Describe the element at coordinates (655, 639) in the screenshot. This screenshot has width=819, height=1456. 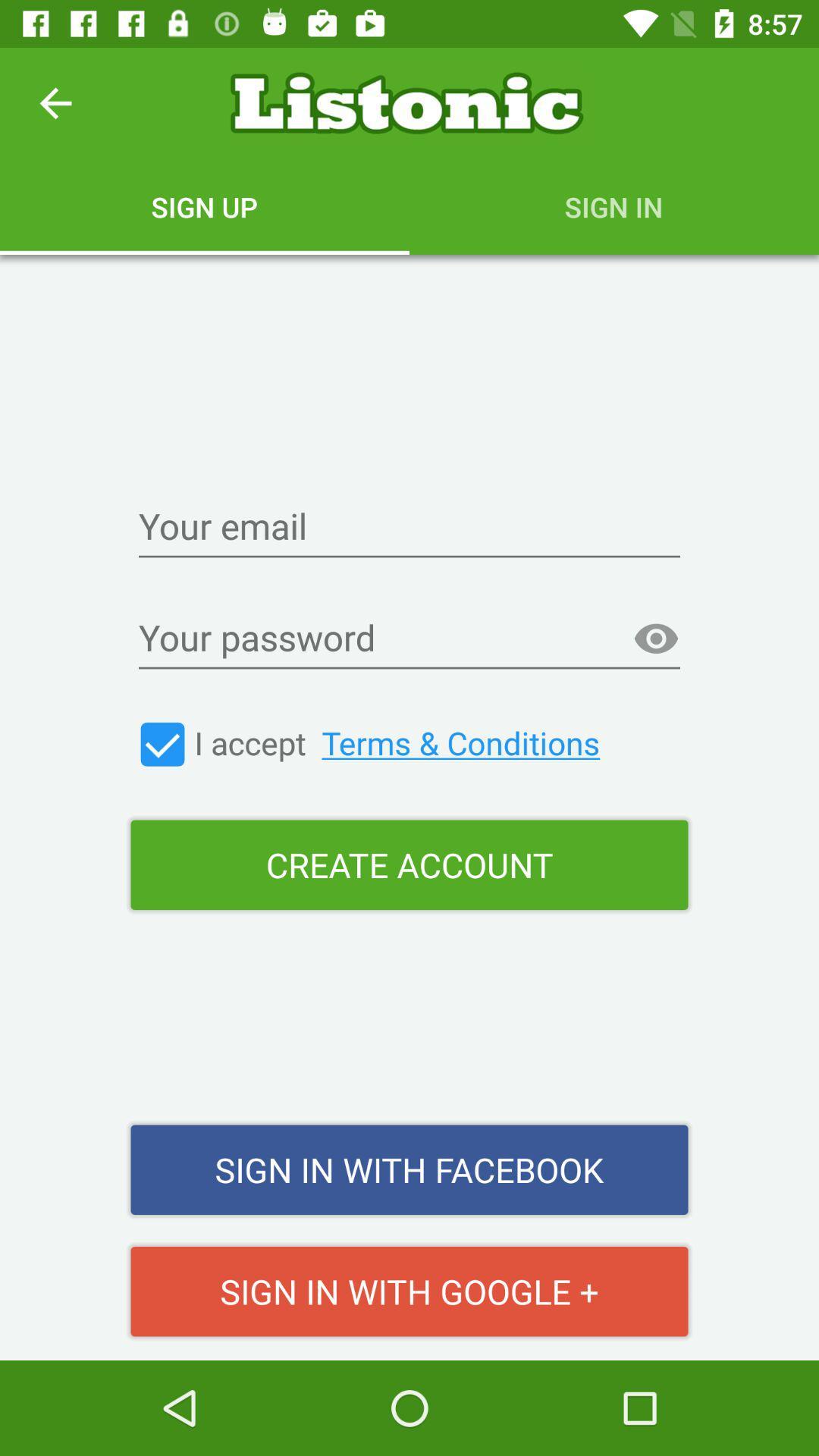
I see `item on the right` at that location.